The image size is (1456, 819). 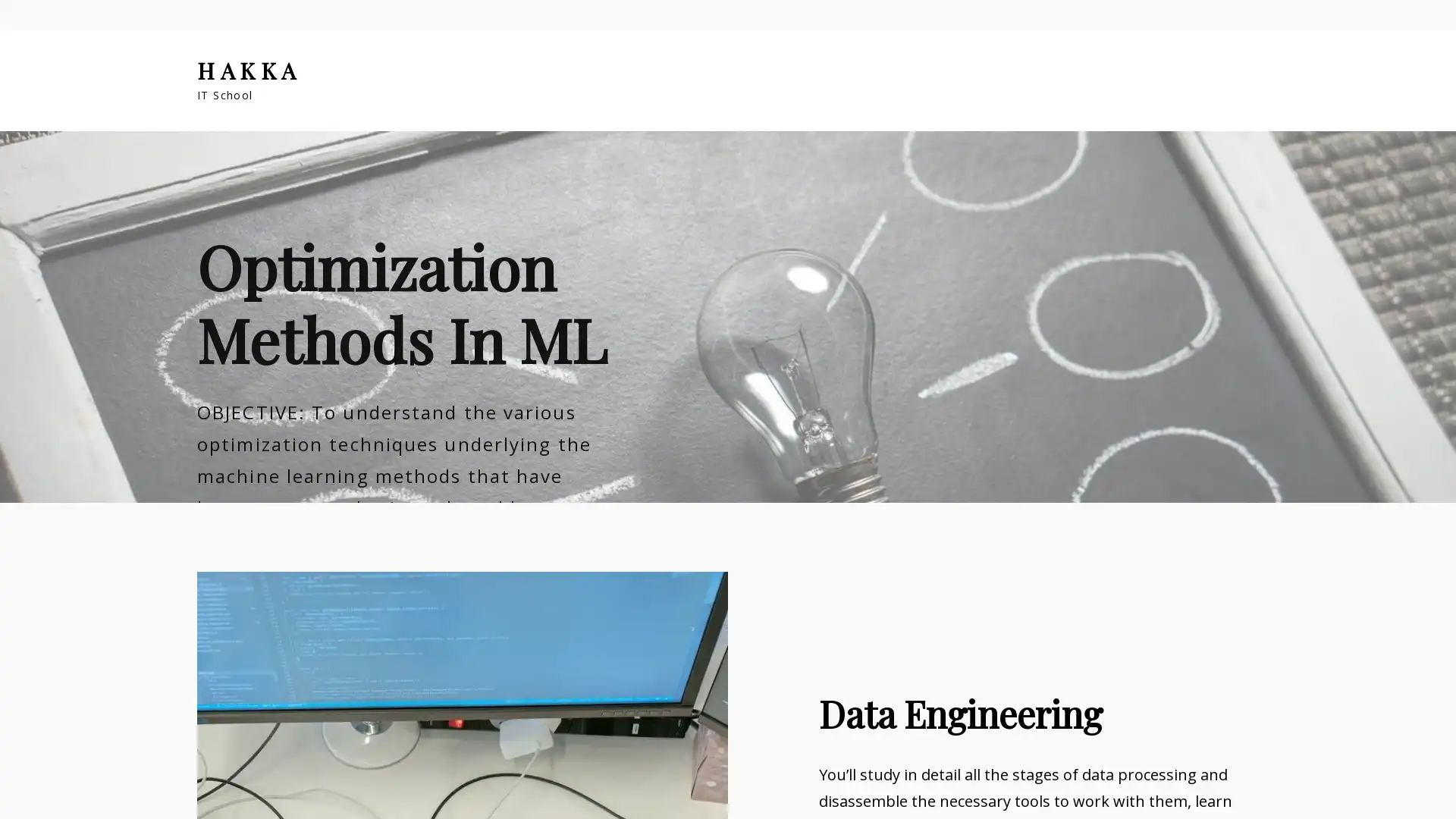 What do you see at coordinates (1431, 430) in the screenshot?
I see `Next` at bounding box center [1431, 430].